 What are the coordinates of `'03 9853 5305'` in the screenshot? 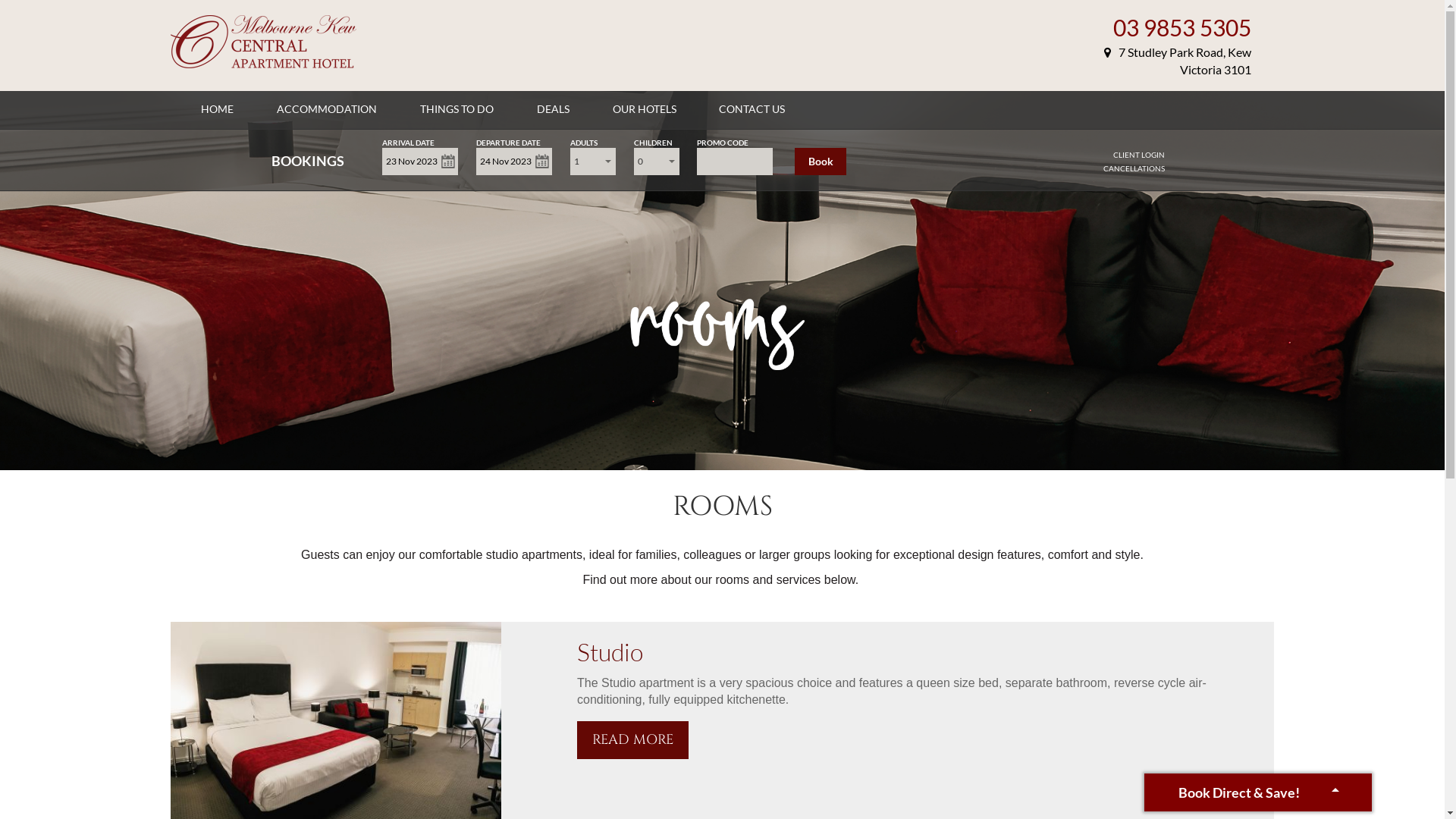 It's located at (1181, 27).